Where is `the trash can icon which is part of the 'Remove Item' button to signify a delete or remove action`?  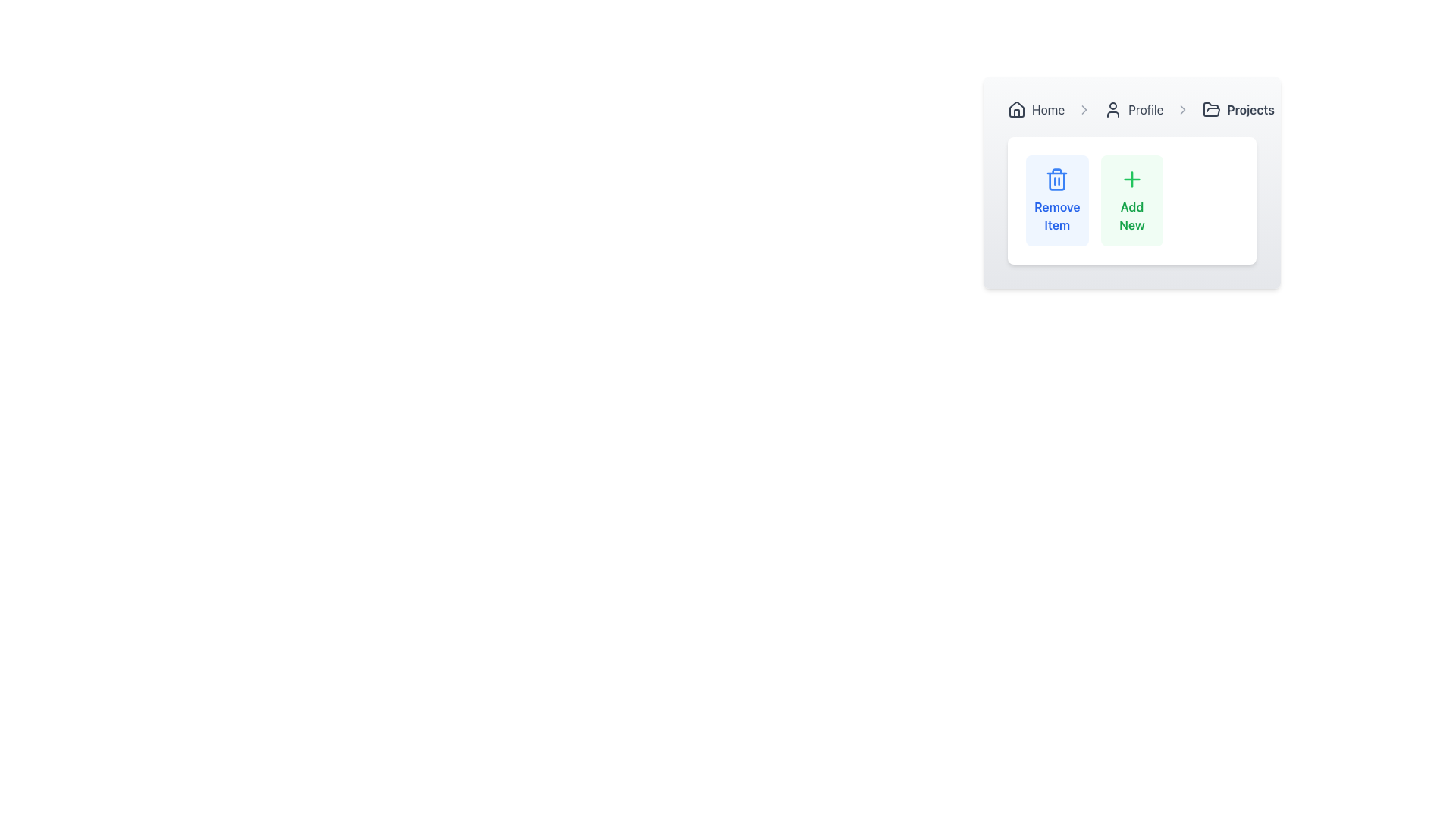 the trash can icon which is part of the 'Remove Item' button to signify a delete or remove action is located at coordinates (1056, 180).